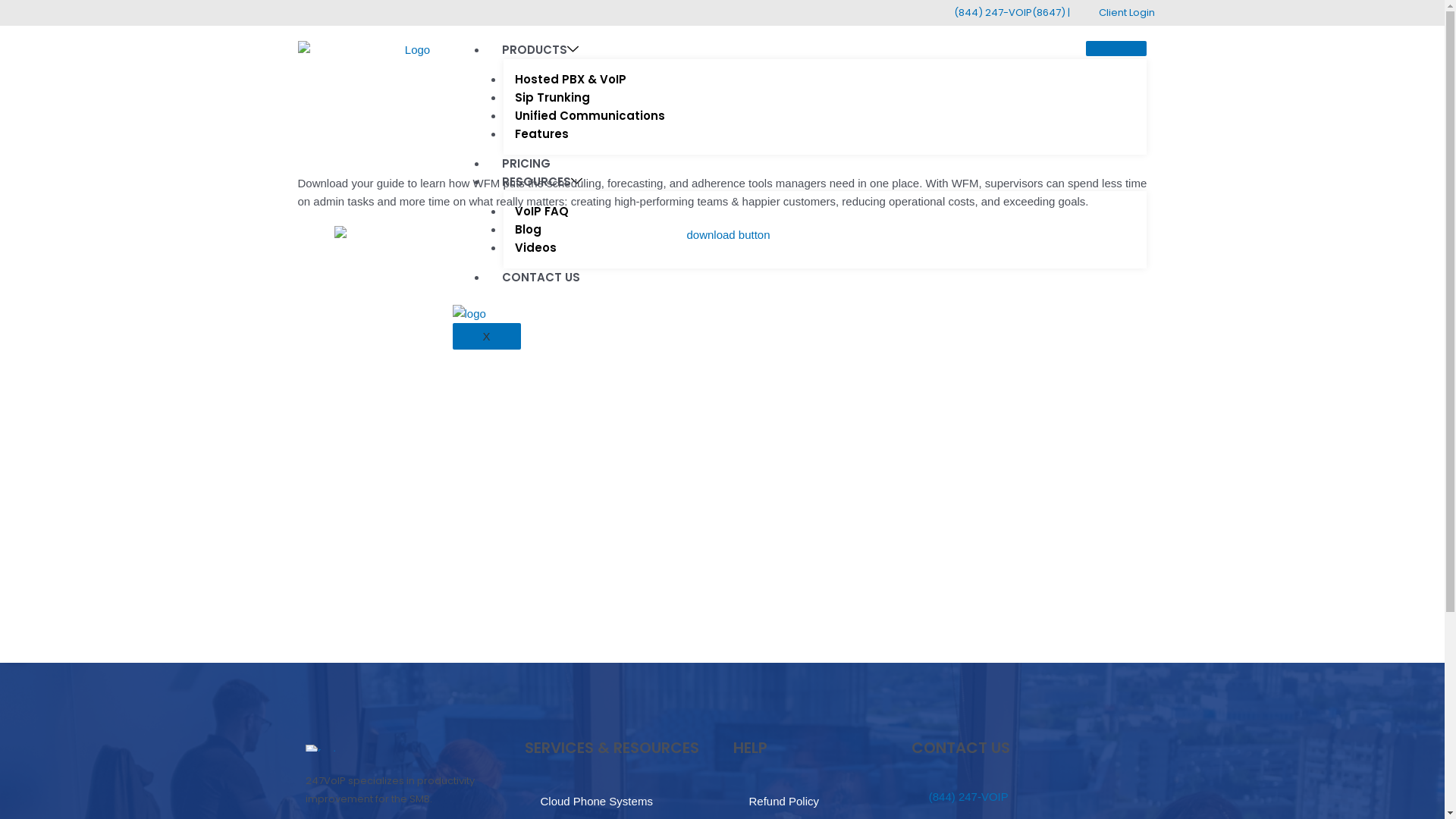 This screenshot has height=819, width=1456. Describe the element at coordinates (551, 97) in the screenshot. I see `'Sip Trunking'` at that location.